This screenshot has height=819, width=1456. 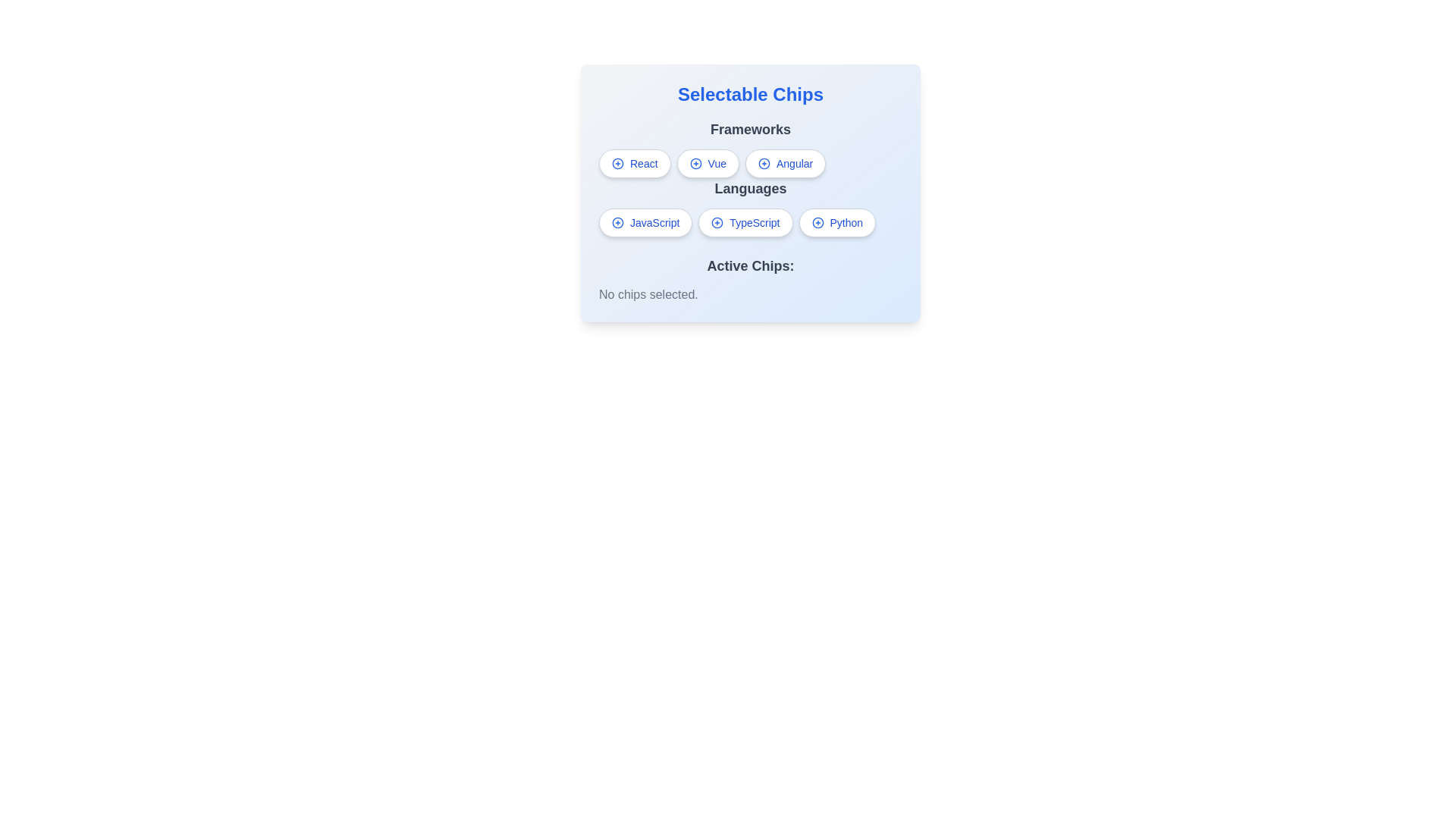 I want to click on the hollow circular icon within the '+' symbol icon group labeled 'Angular' under the 'Frameworks' category, so click(x=764, y=164).